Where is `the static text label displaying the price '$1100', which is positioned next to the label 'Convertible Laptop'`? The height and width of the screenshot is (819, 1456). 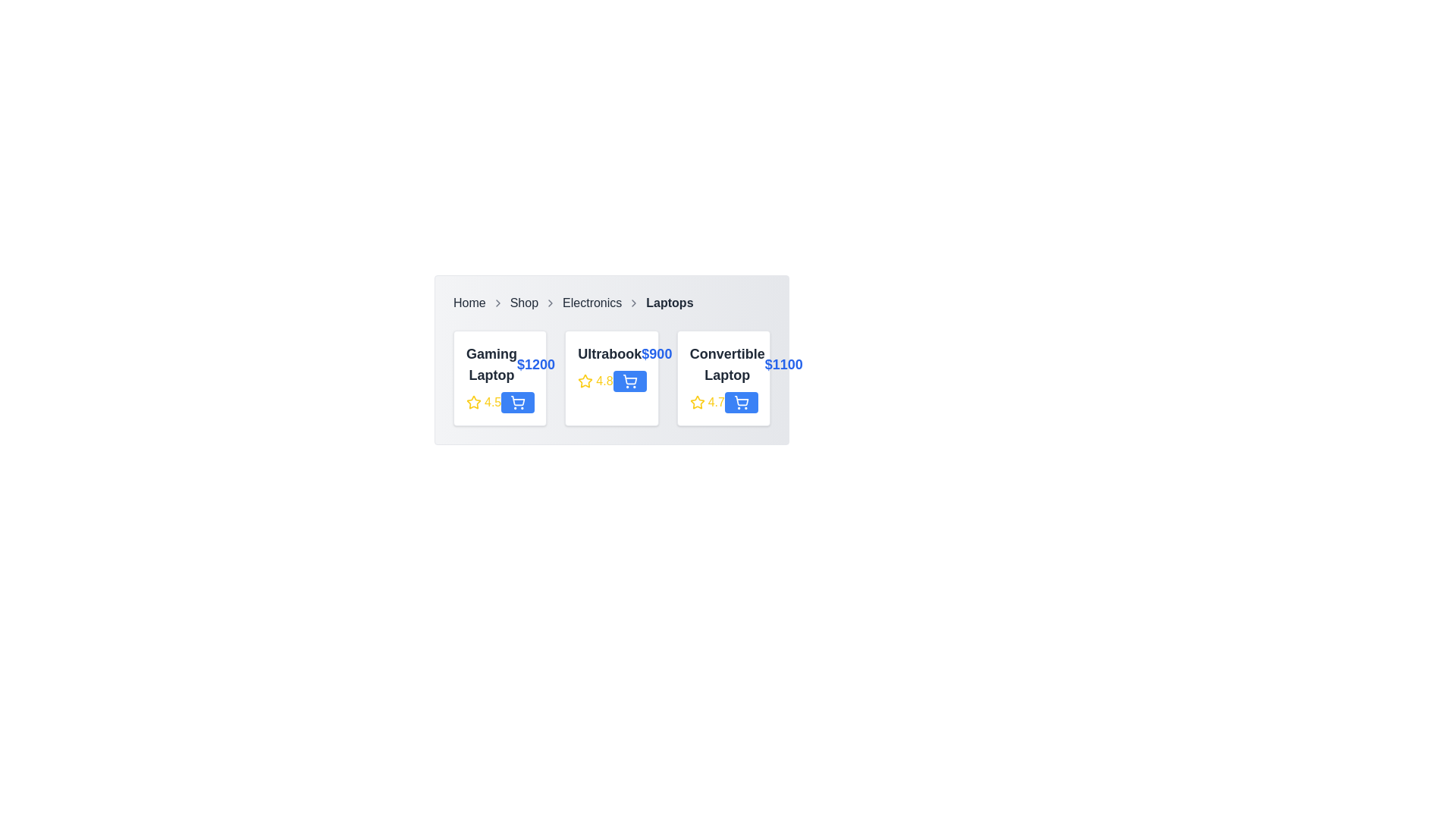 the static text label displaying the price '$1100', which is positioned next to the label 'Convertible Laptop' is located at coordinates (783, 365).